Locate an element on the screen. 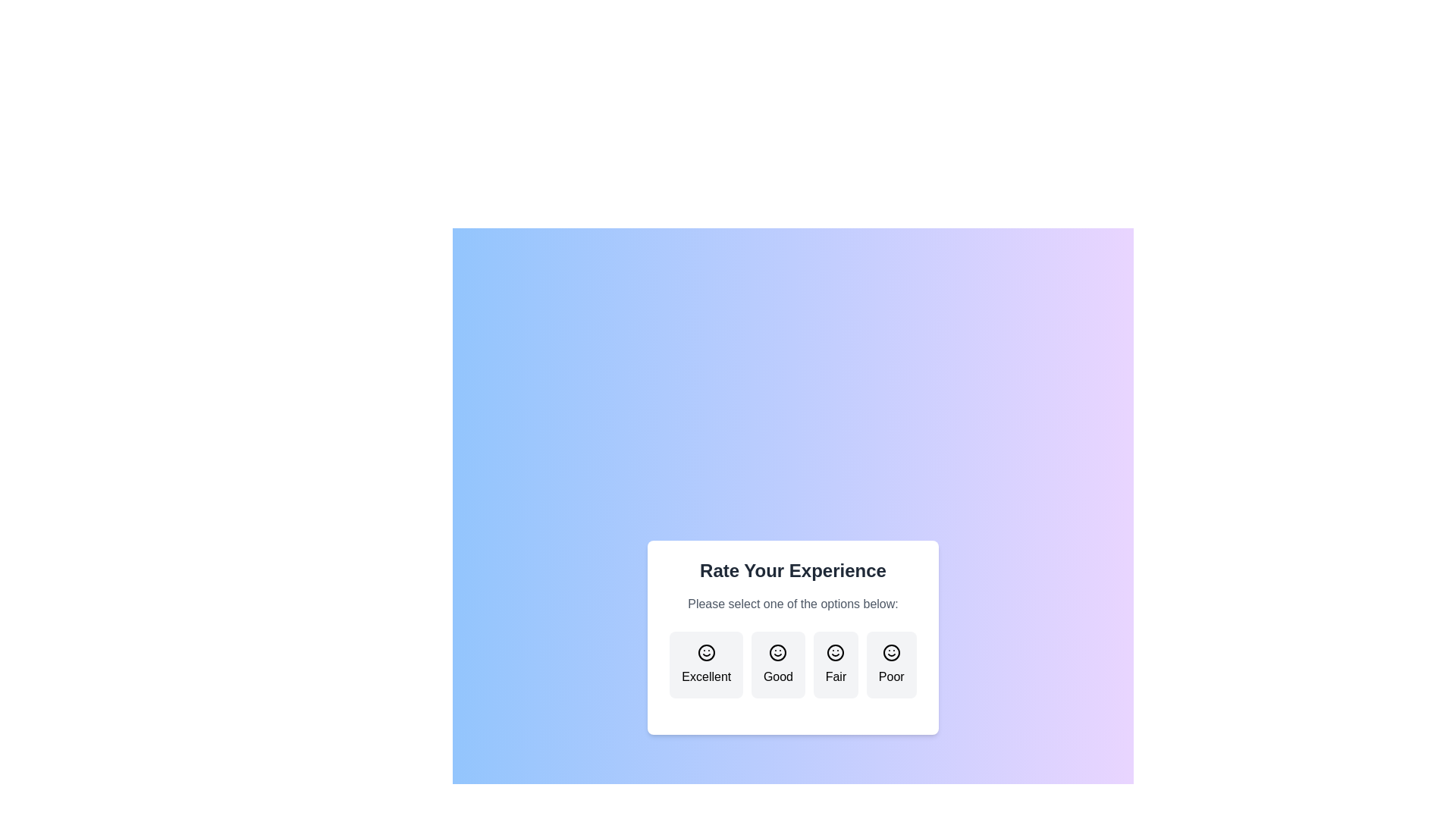 The width and height of the screenshot is (1456, 819). the 'Poor' text label that indicates the lowest rating level, positioned centrally below the rightmost smiley face in the rating options is located at coordinates (891, 676).